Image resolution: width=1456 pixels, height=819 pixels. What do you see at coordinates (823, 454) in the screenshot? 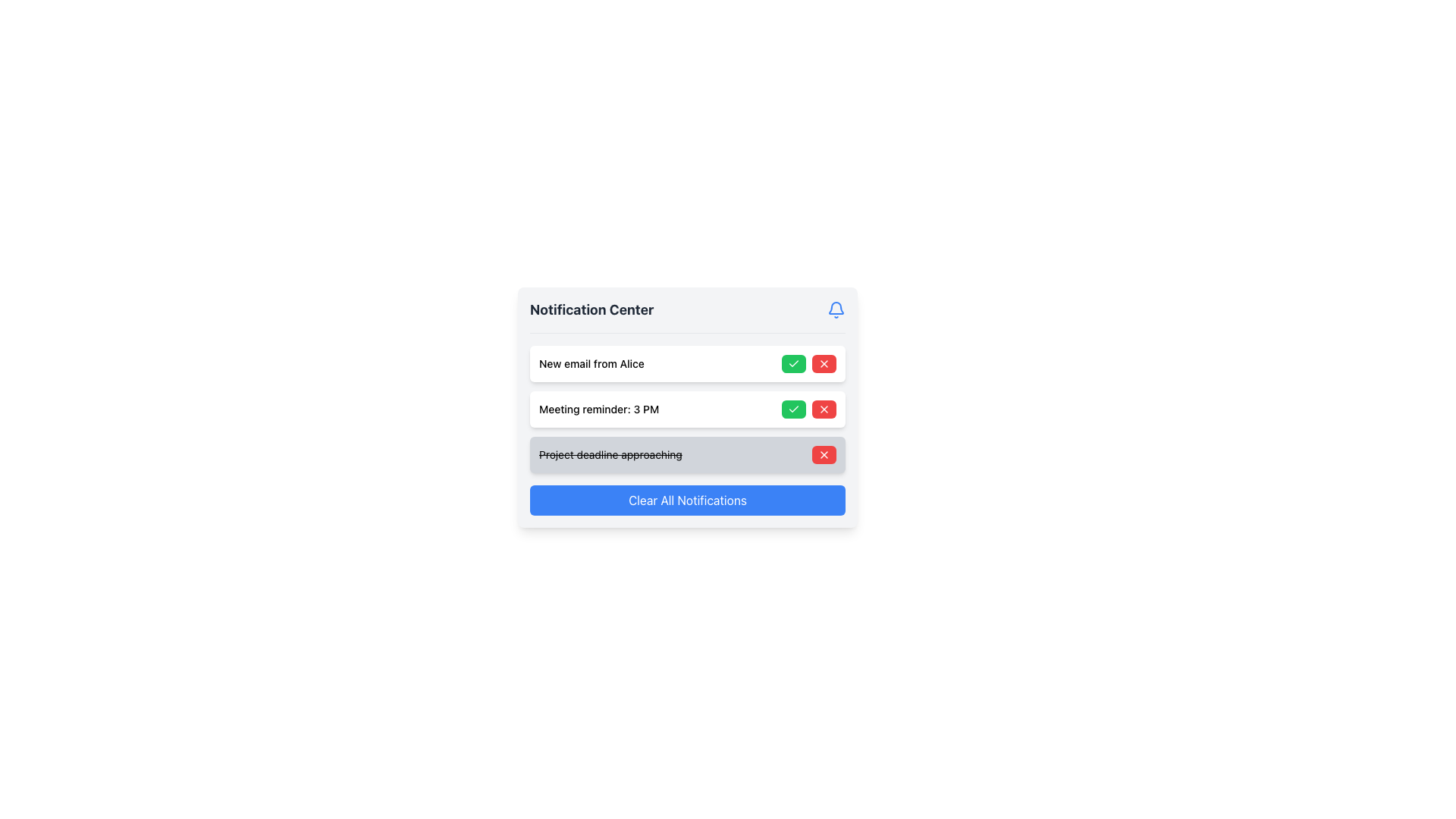
I see `the close icon located within the red button of the third notification row for the 'Project deadline approaching' notification` at bounding box center [823, 454].